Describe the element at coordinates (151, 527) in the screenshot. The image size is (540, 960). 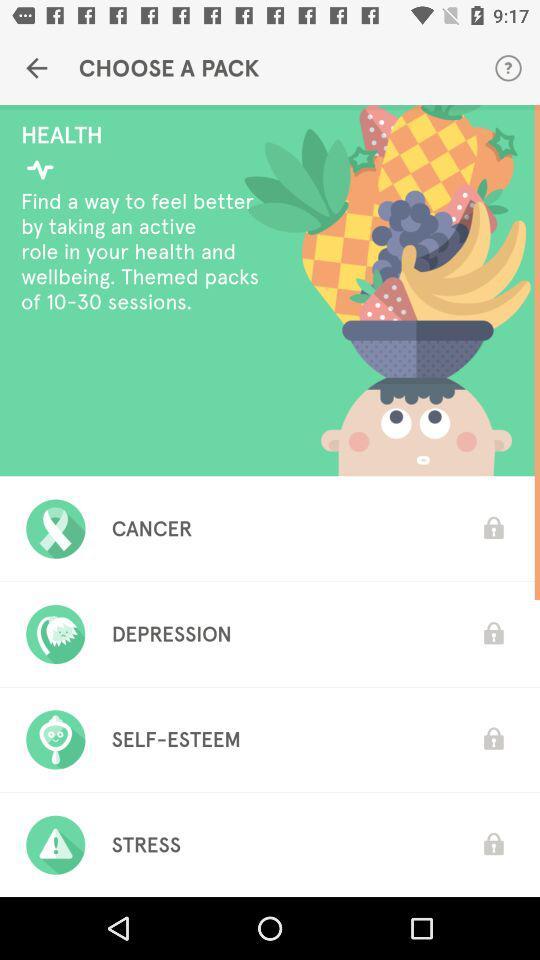
I see `icon above depression item` at that location.